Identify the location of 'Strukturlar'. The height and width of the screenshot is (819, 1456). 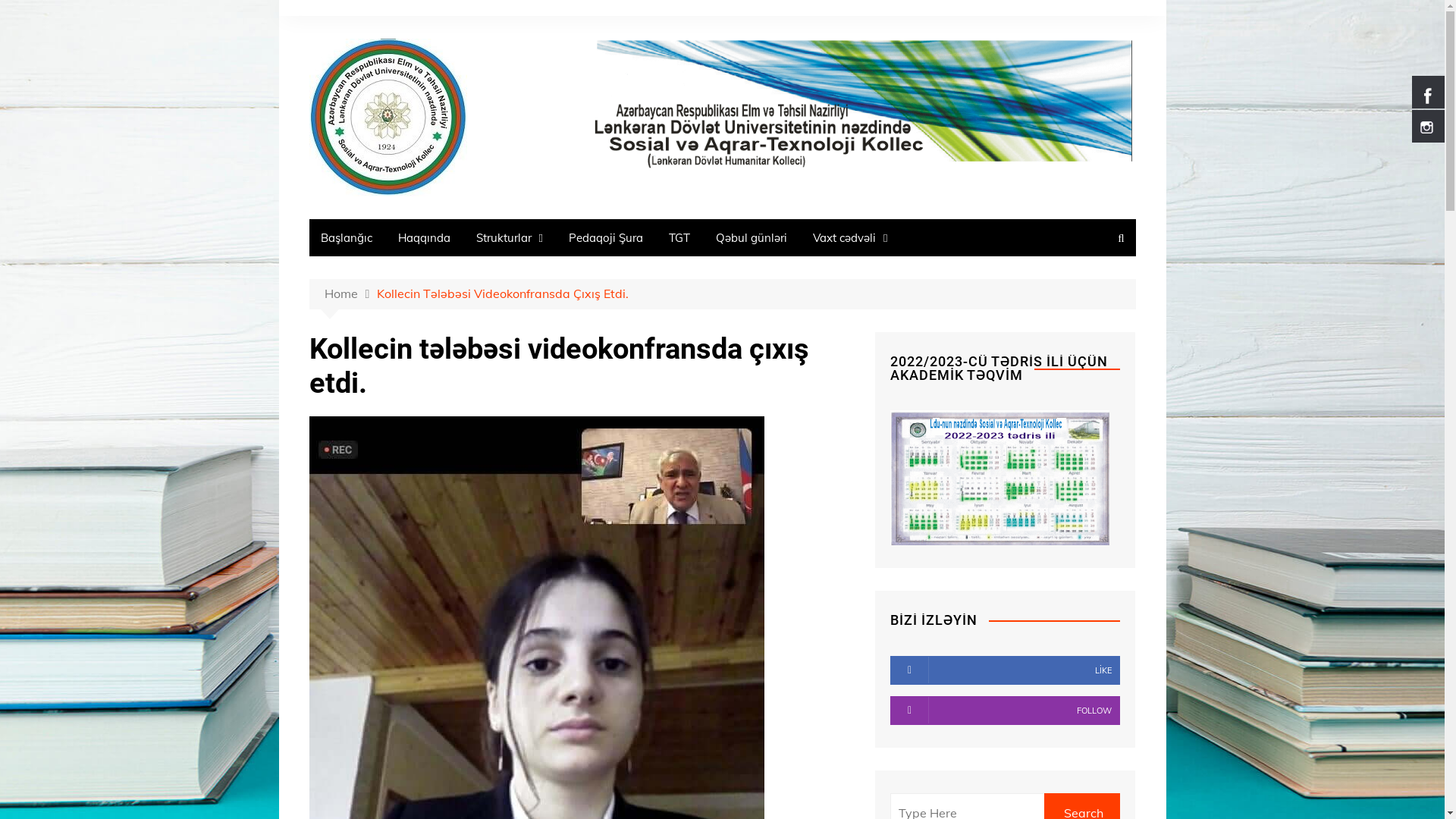
(509, 237).